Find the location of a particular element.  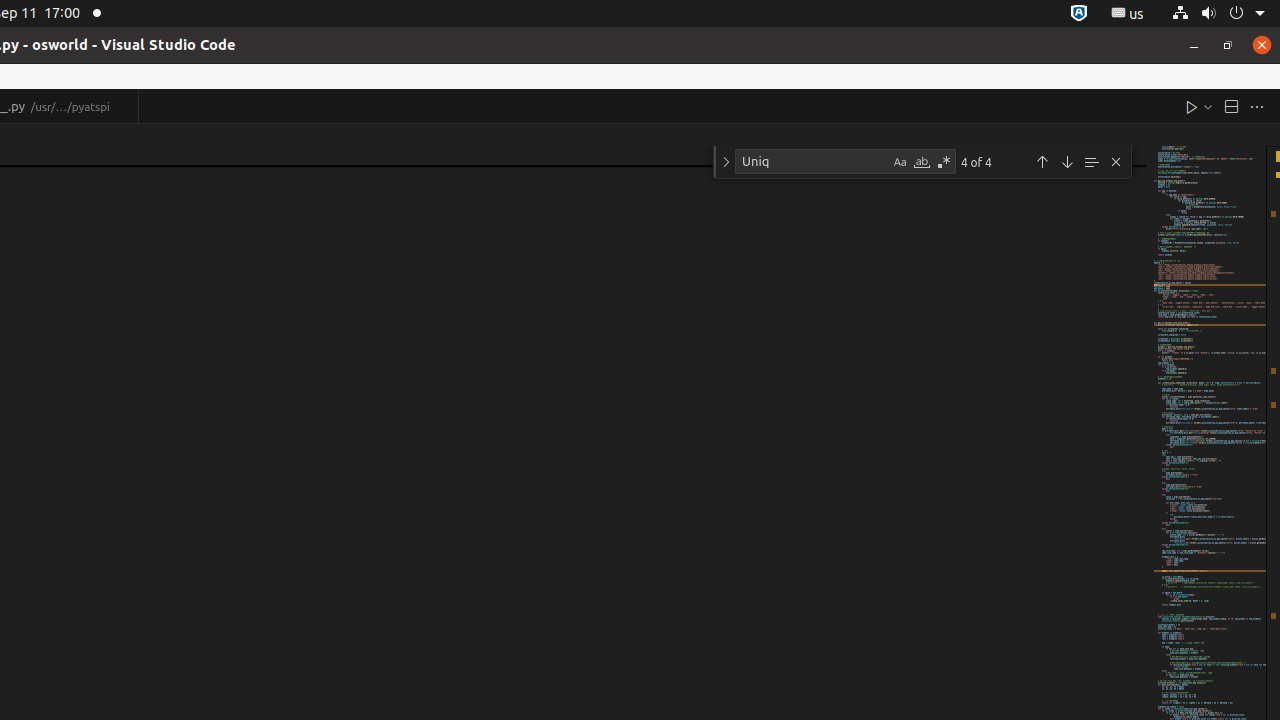

'Previous Match (Shift+Enter)' is located at coordinates (1041, 160).